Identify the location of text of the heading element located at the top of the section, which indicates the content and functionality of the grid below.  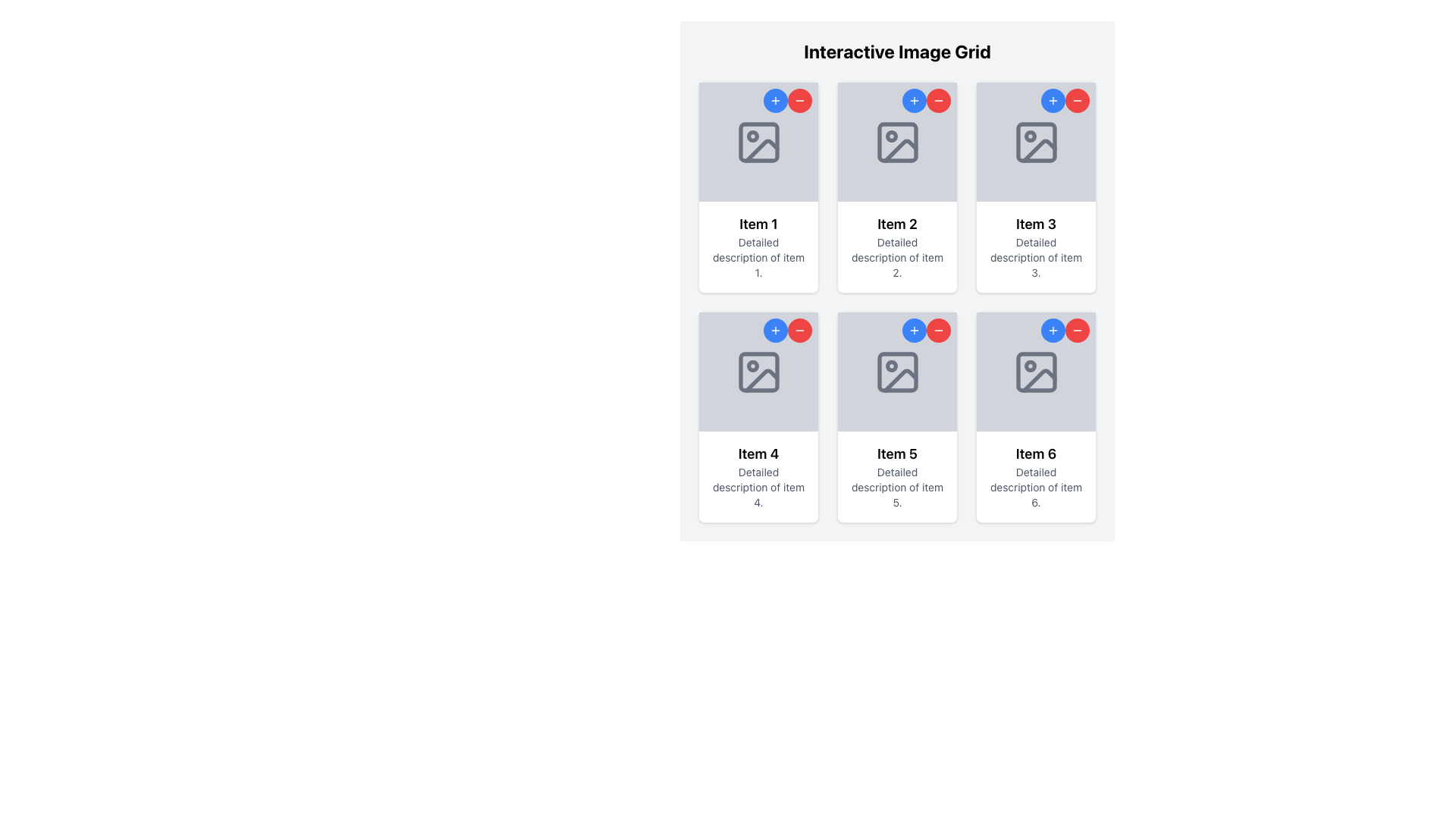
(897, 51).